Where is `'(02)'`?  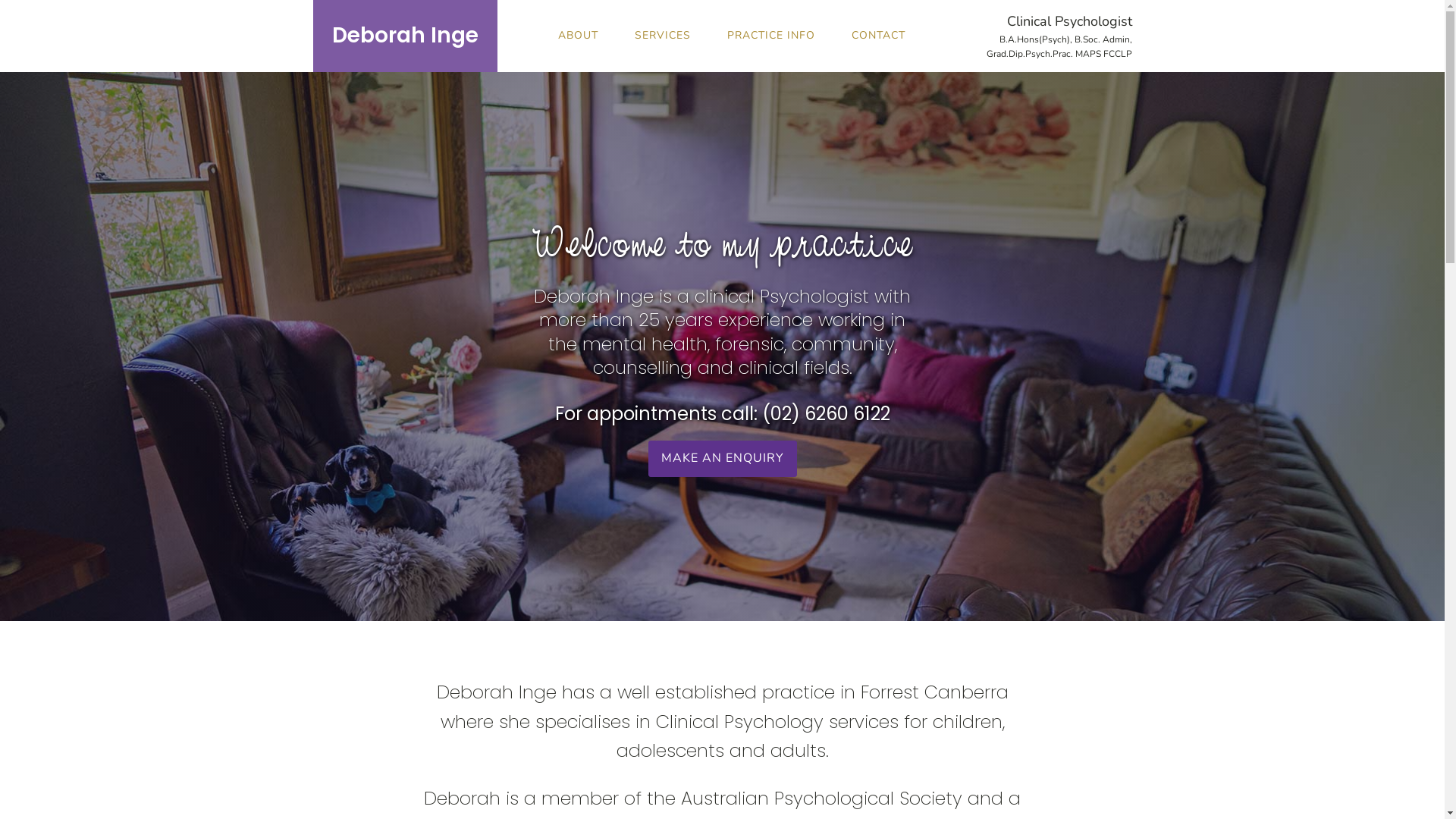 '(02)' is located at coordinates (780, 413).